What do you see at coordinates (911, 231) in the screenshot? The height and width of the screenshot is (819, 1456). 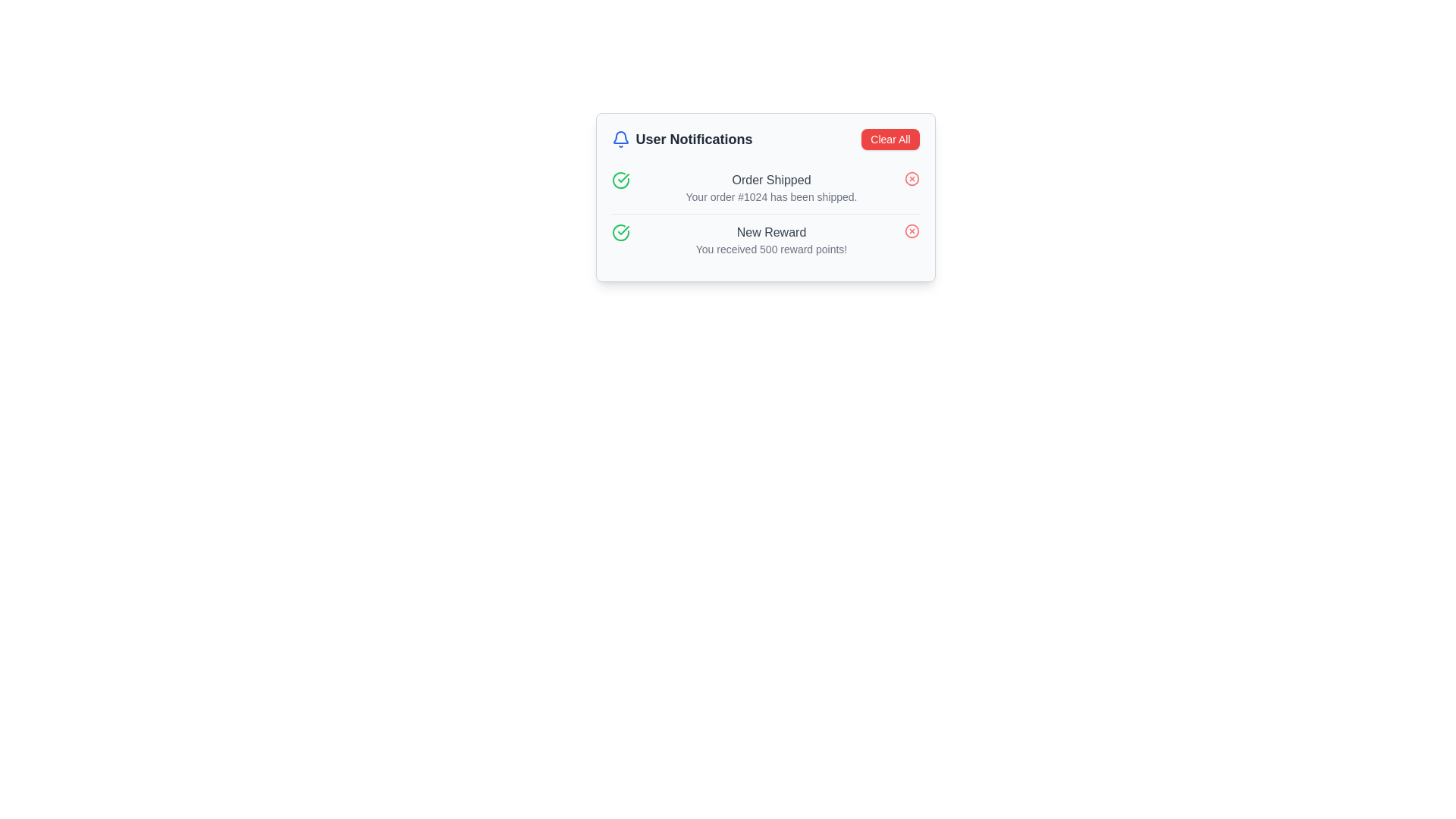 I see `the dismiss button for the 'New Reward' notification` at bounding box center [911, 231].